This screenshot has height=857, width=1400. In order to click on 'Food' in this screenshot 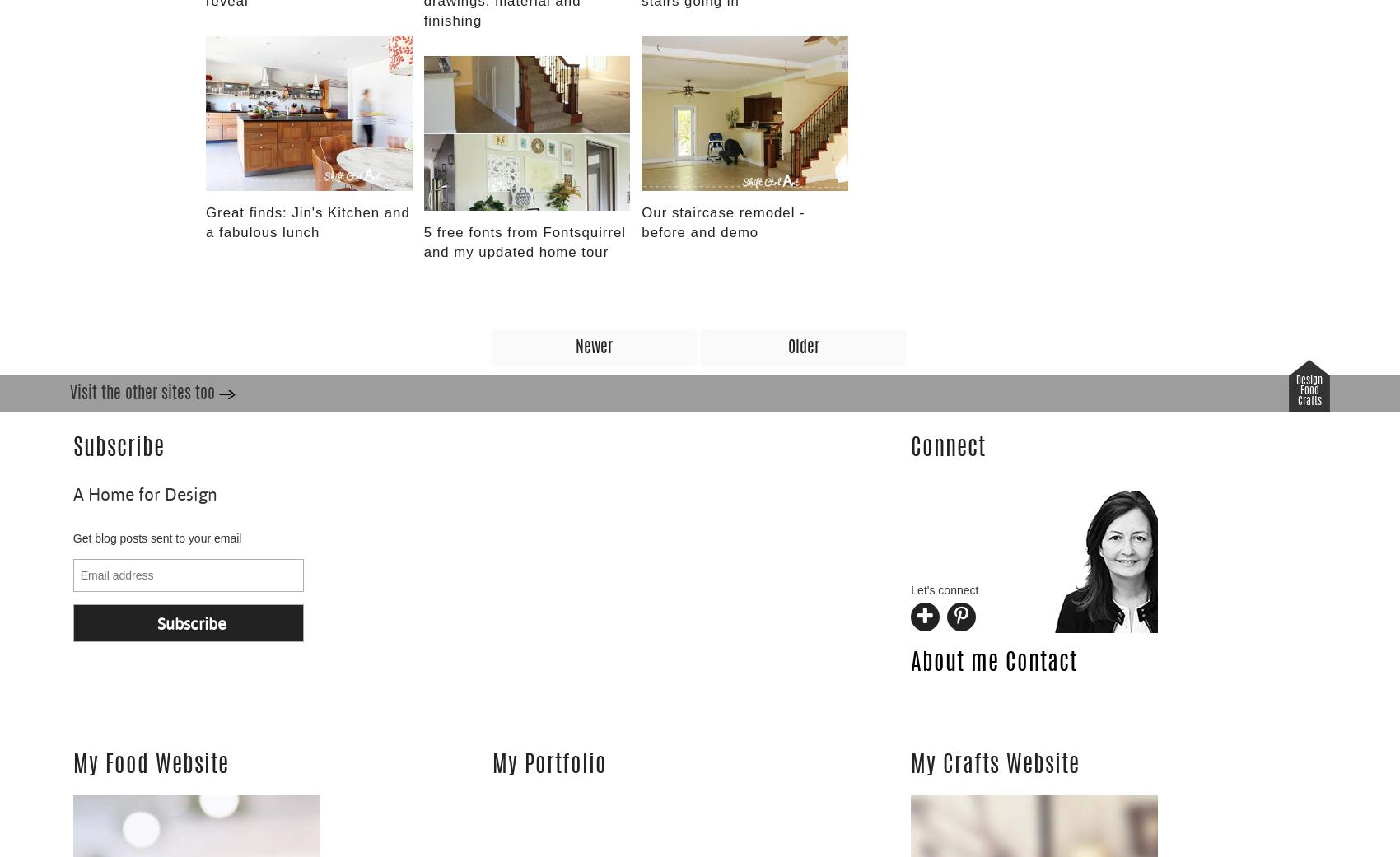, I will do `click(1309, 390)`.